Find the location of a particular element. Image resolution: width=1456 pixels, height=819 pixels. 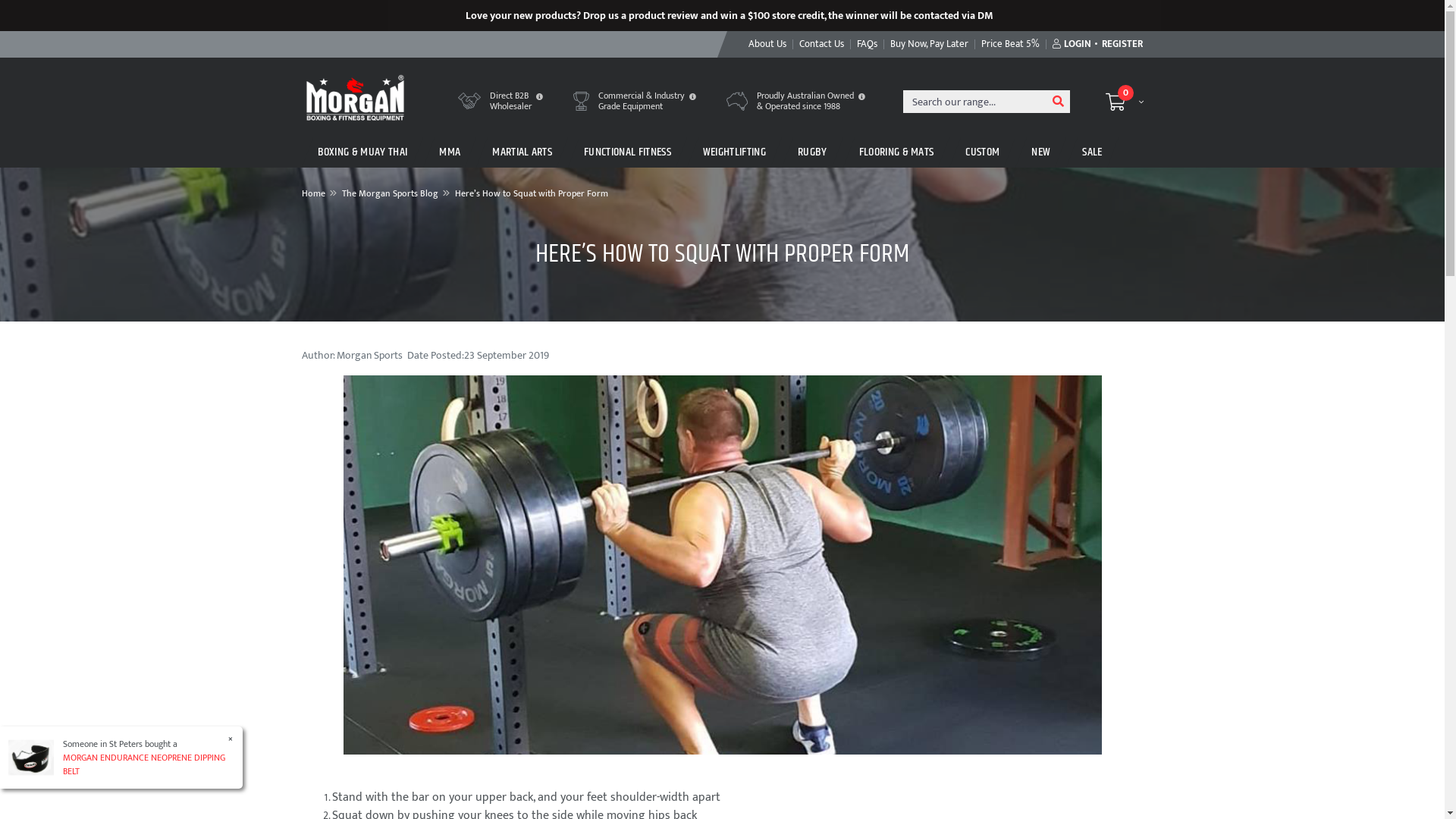

'REGISTER' is located at coordinates (1119, 43).